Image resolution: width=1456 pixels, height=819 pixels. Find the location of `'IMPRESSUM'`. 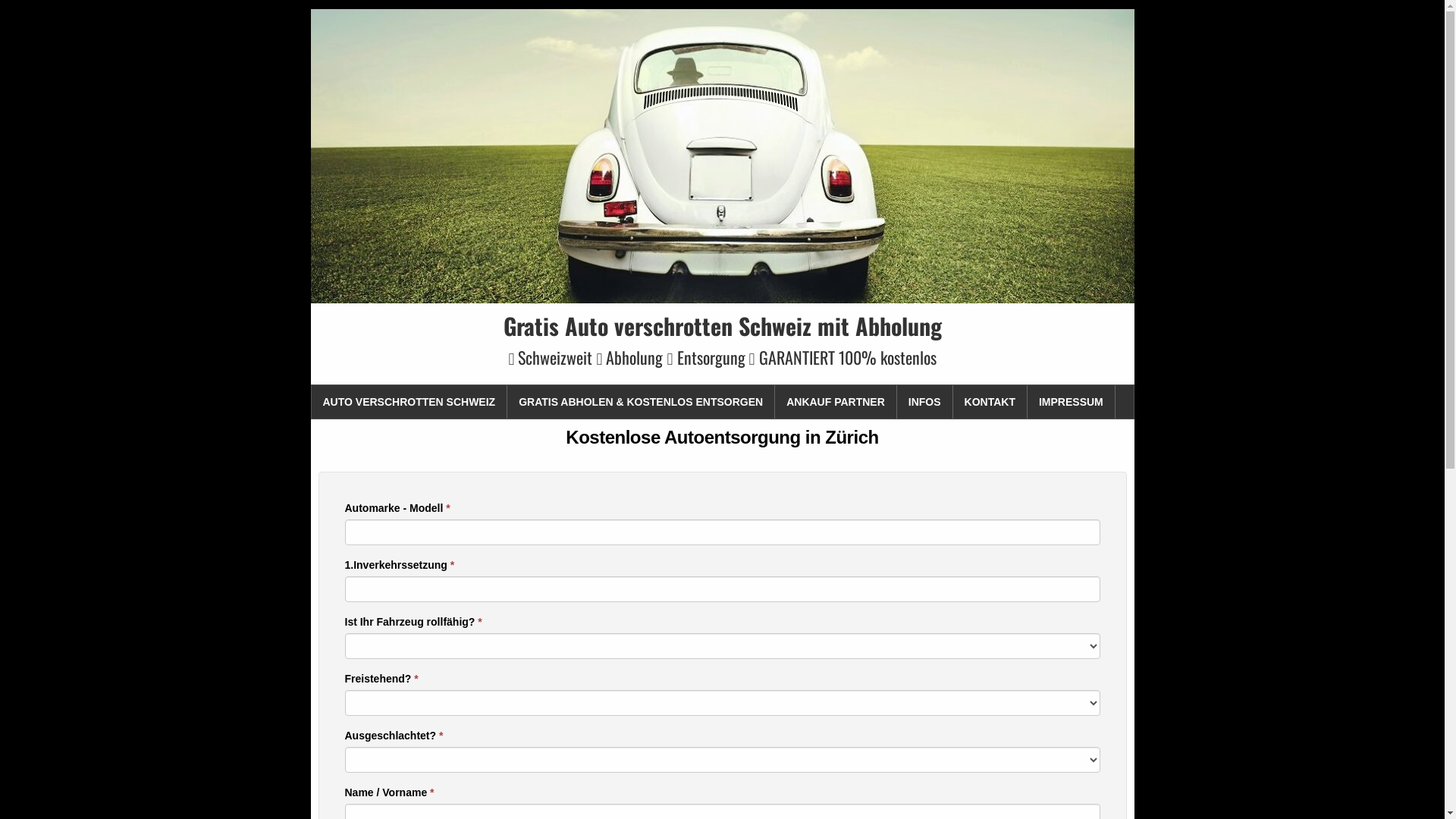

'IMPRESSUM' is located at coordinates (1070, 400).